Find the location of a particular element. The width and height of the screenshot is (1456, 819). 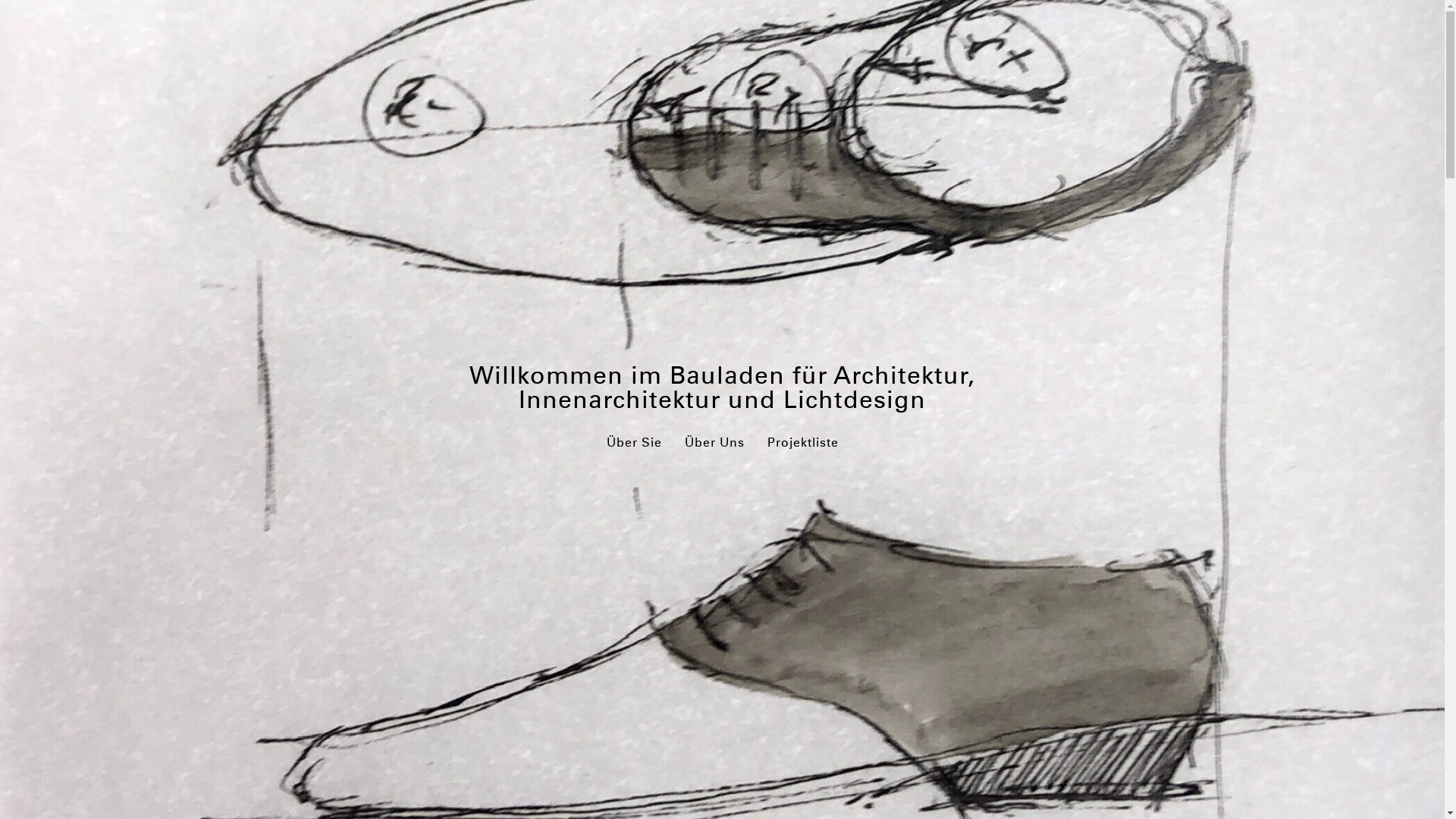

'Projektliste' is located at coordinates (802, 443).